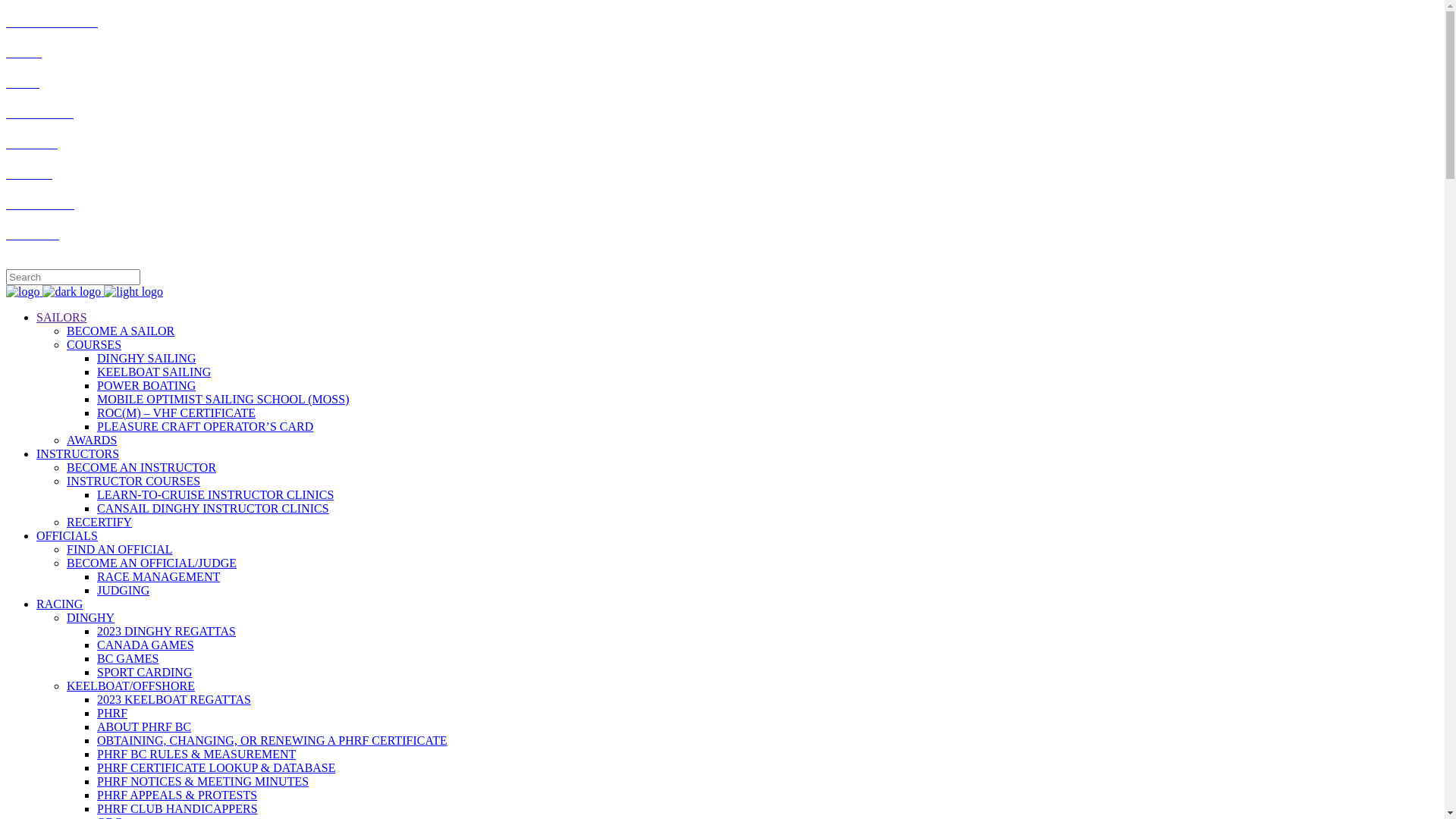  What do you see at coordinates (22, 82) in the screenshot?
I see `'JOBS   '` at bounding box center [22, 82].